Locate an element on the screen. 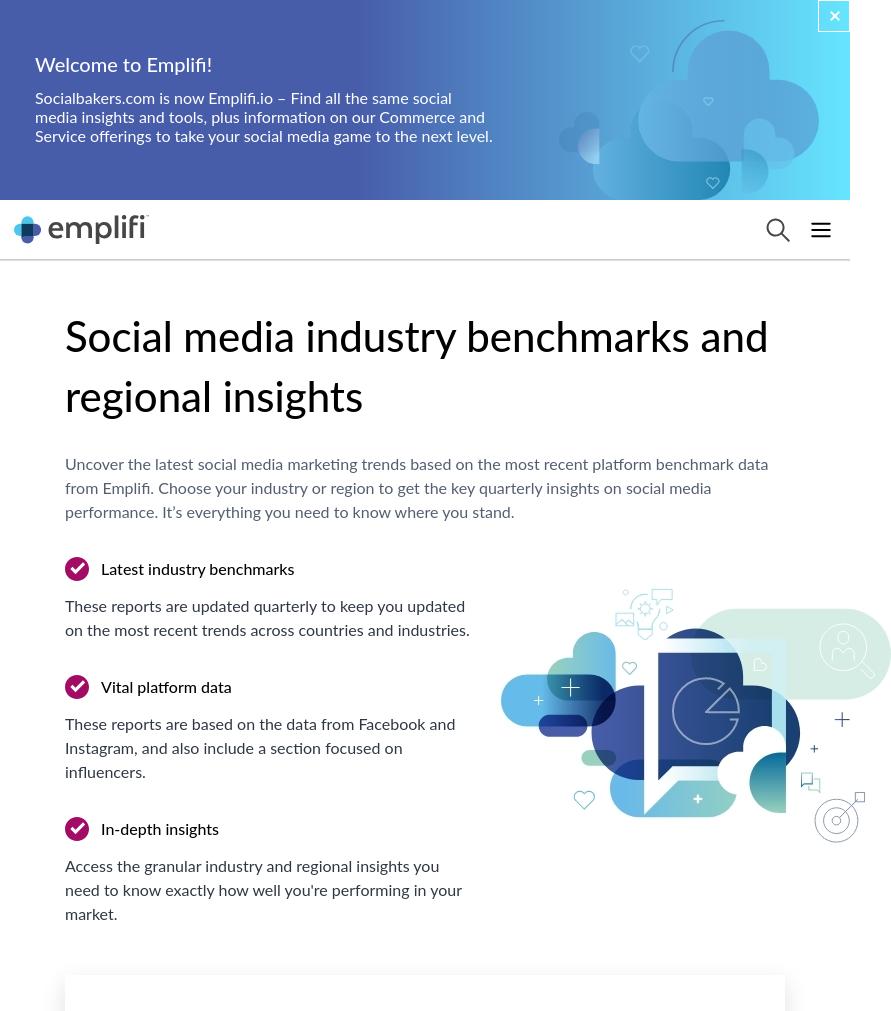  'These reports are updated quarterly to keep you updated on the most recent trends across countries and industries.' is located at coordinates (65, 619).